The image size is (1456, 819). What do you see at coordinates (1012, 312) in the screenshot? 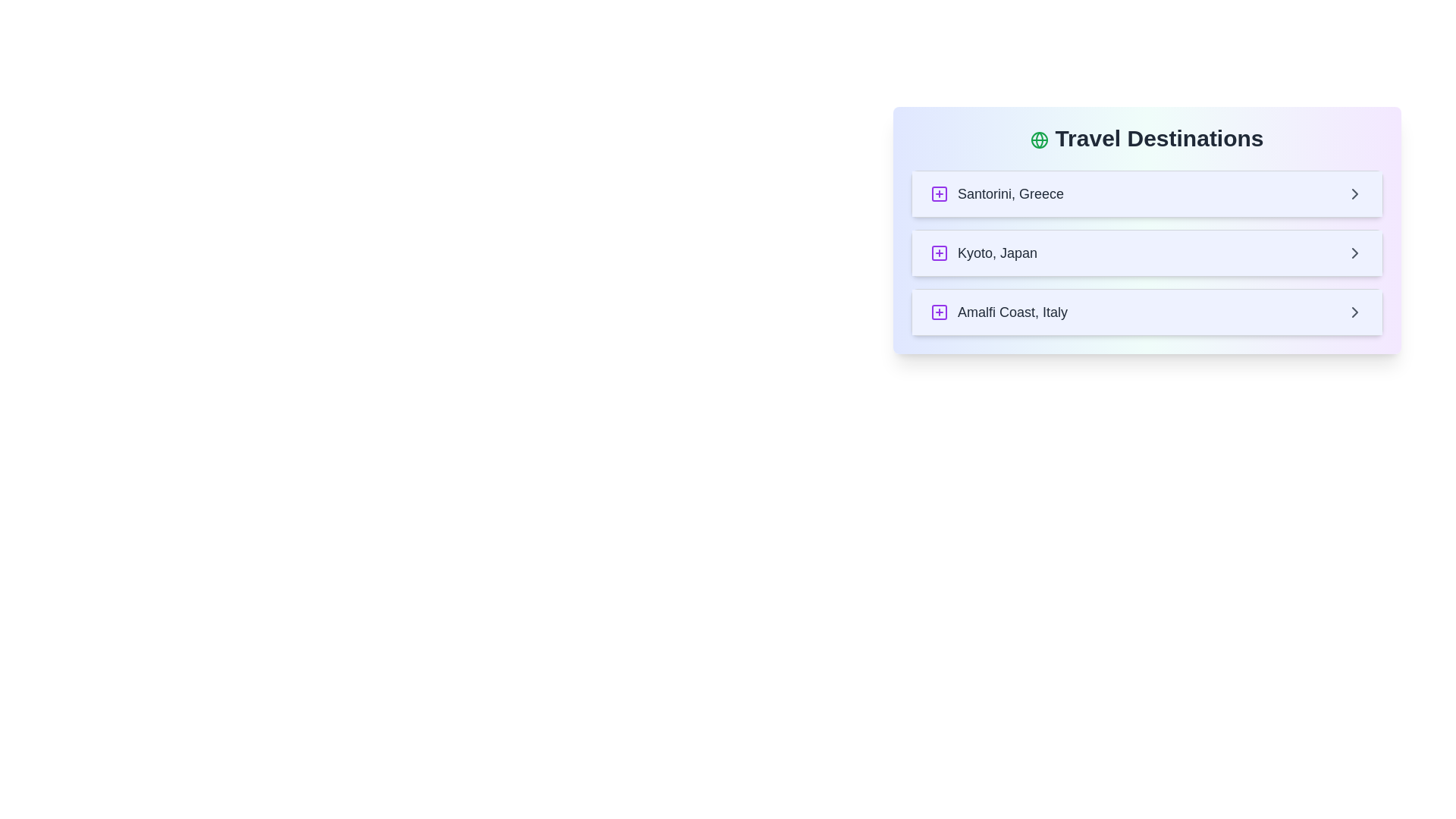
I see `the travel destination label, which is the third entry in a vertically-aligned list, positioned between a '+' icon on the left and a navigation arrow on the right` at bounding box center [1012, 312].